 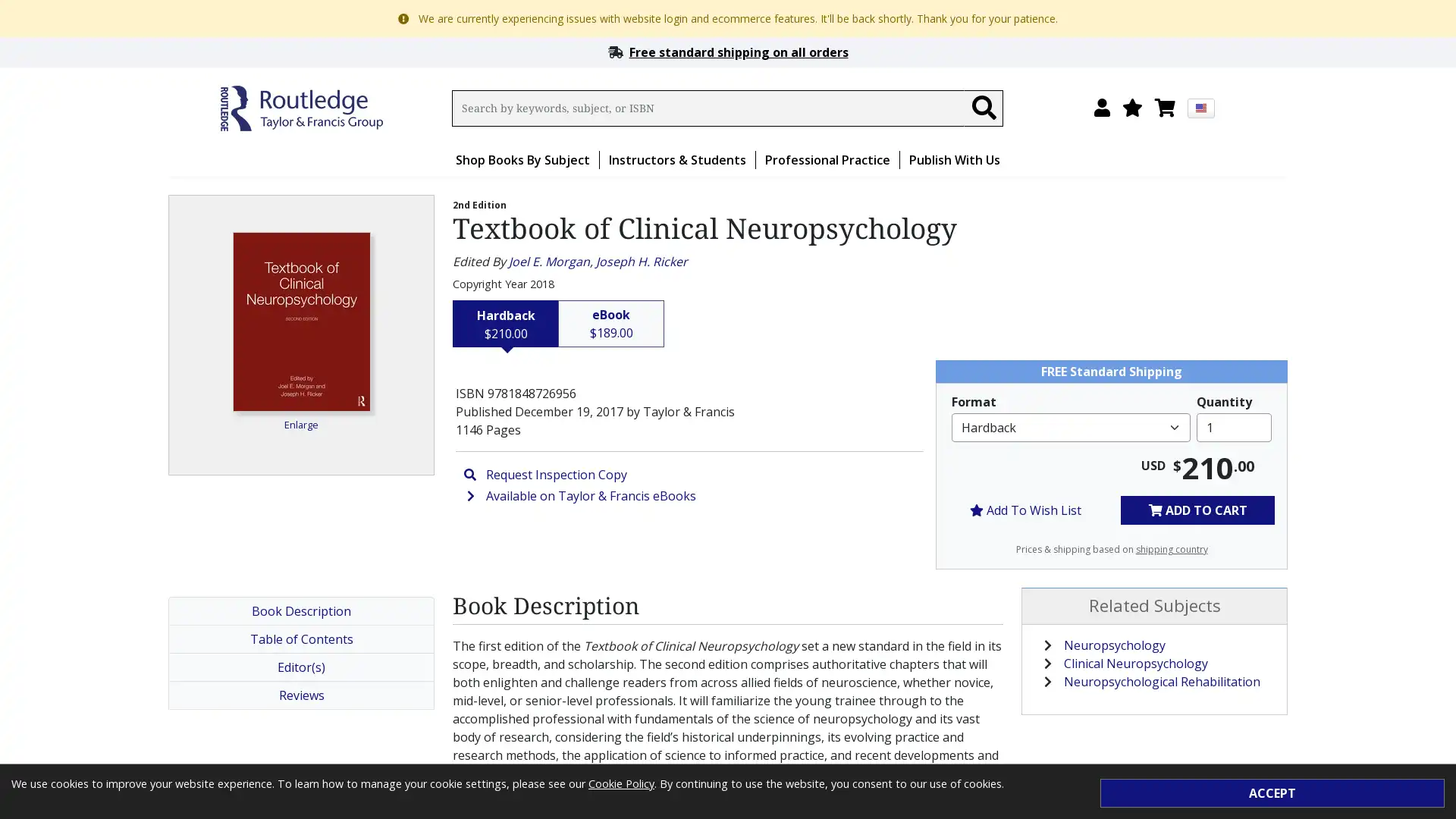 What do you see at coordinates (611, 323) in the screenshot?
I see `eBook $189.00` at bounding box center [611, 323].